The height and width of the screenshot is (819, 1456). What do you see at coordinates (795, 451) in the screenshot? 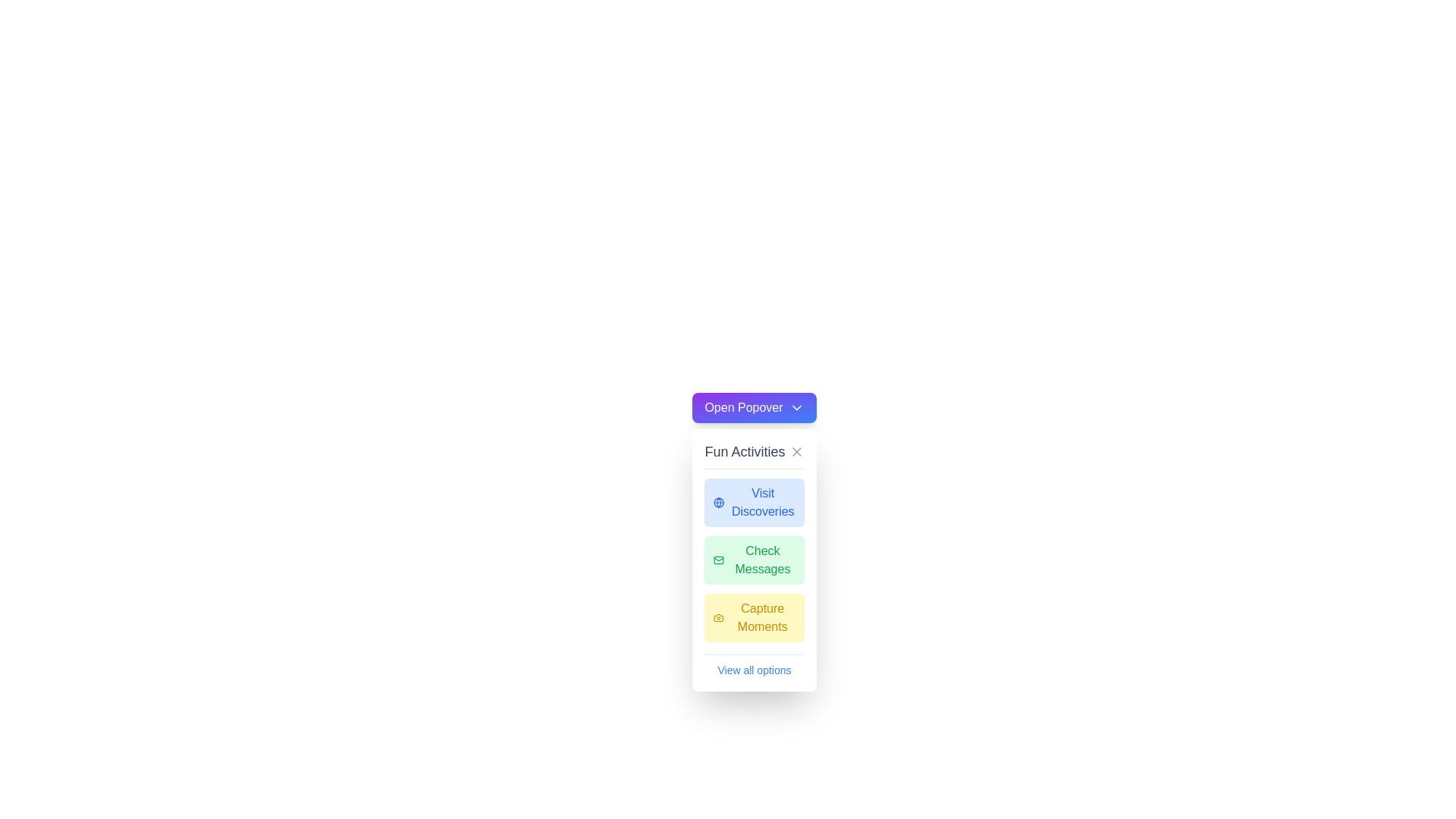
I see `the Close button in the upper-right corner of the 'Fun Activities' header to change its color to red` at bounding box center [795, 451].